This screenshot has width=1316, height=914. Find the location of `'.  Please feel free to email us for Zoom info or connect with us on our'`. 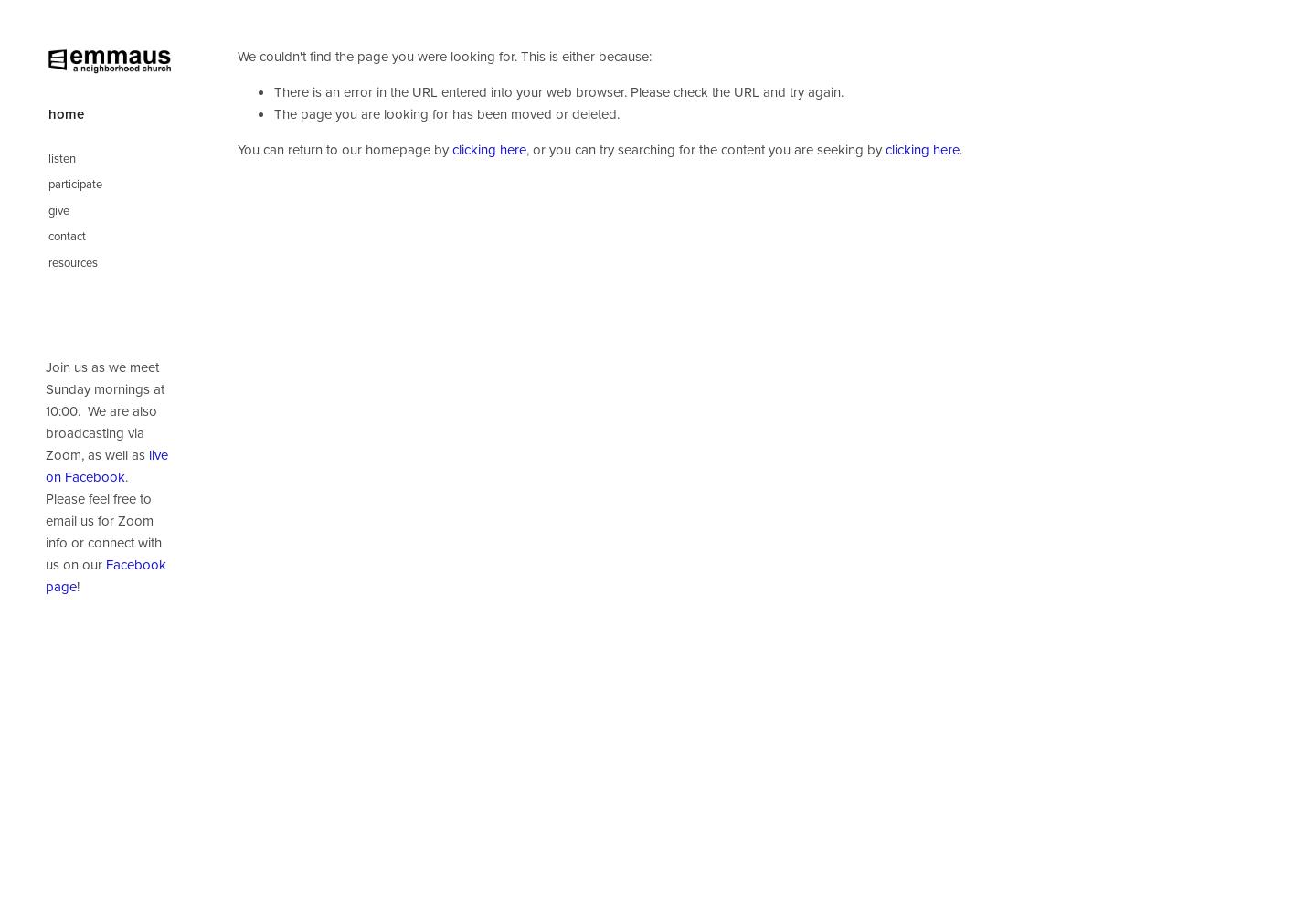

'.  Please feel free to email us for Zoom info or connect with us on our' is located at coordinates (44, 519).